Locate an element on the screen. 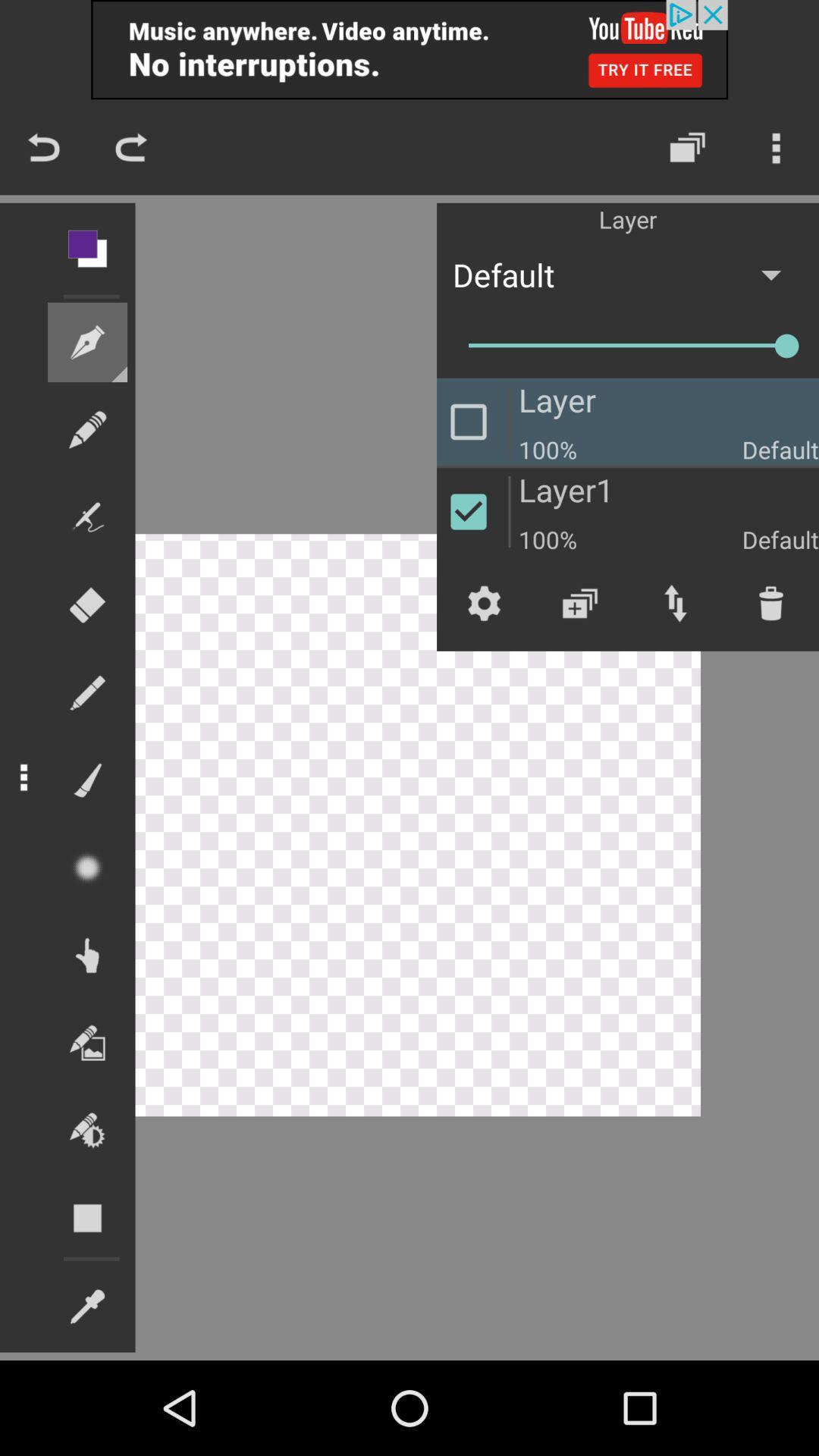 The image size is (819, 1456). the edit icon is located at coordinates (87, 428).